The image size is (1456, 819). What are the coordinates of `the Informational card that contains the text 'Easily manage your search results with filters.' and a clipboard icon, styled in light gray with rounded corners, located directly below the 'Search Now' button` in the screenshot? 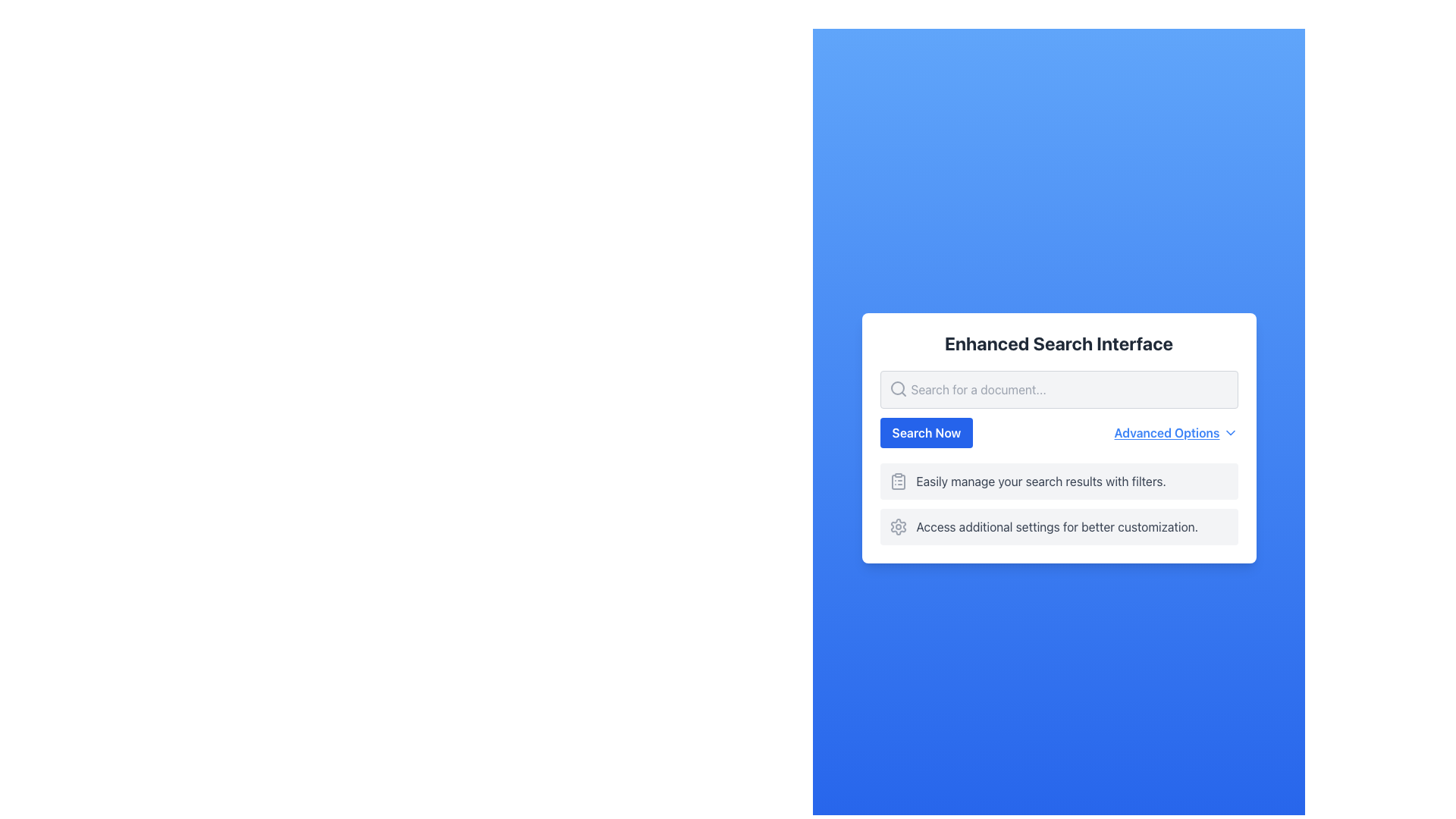 It's located at (1058, 482).